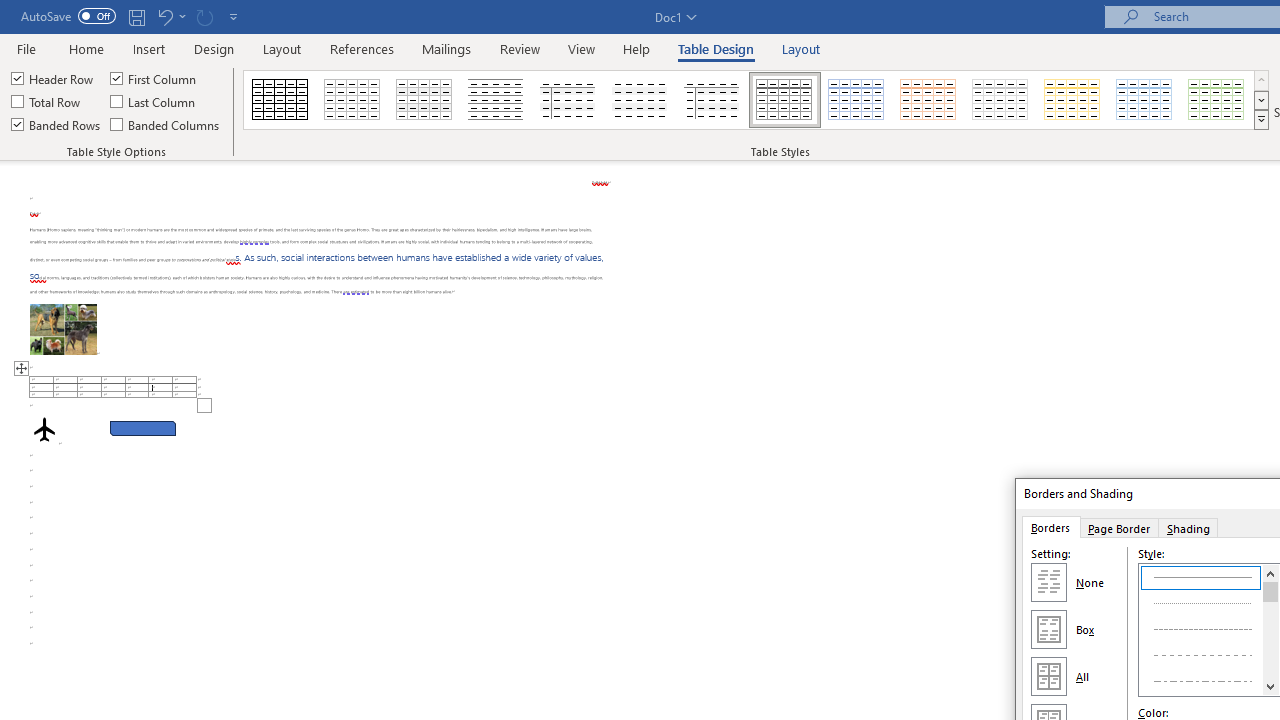  What do you see at coordinates (1269, 573) in the screenshot?
I see `'Line up'` at bounding box center [1269, 573].